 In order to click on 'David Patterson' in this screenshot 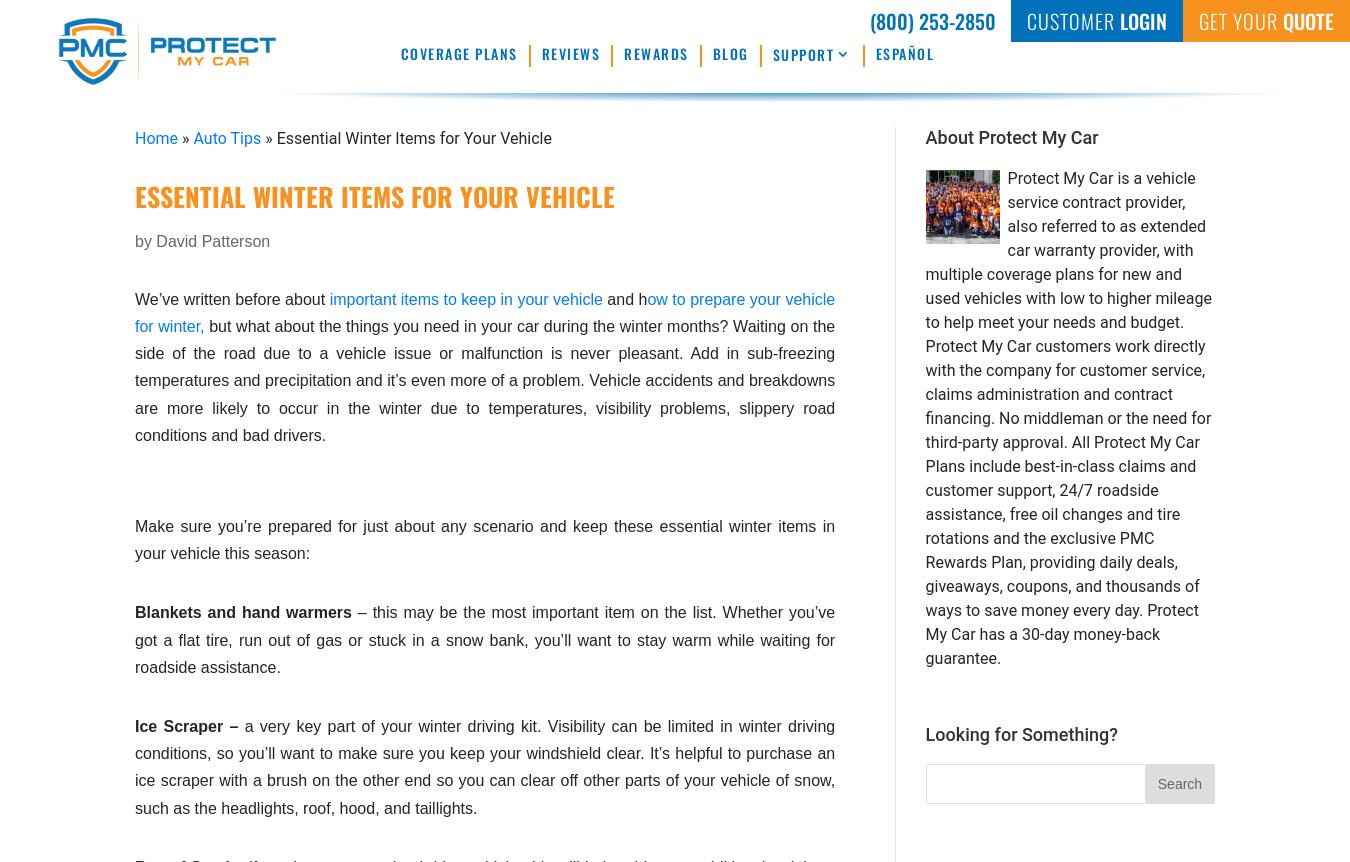, I will do `click(213, 239)`.